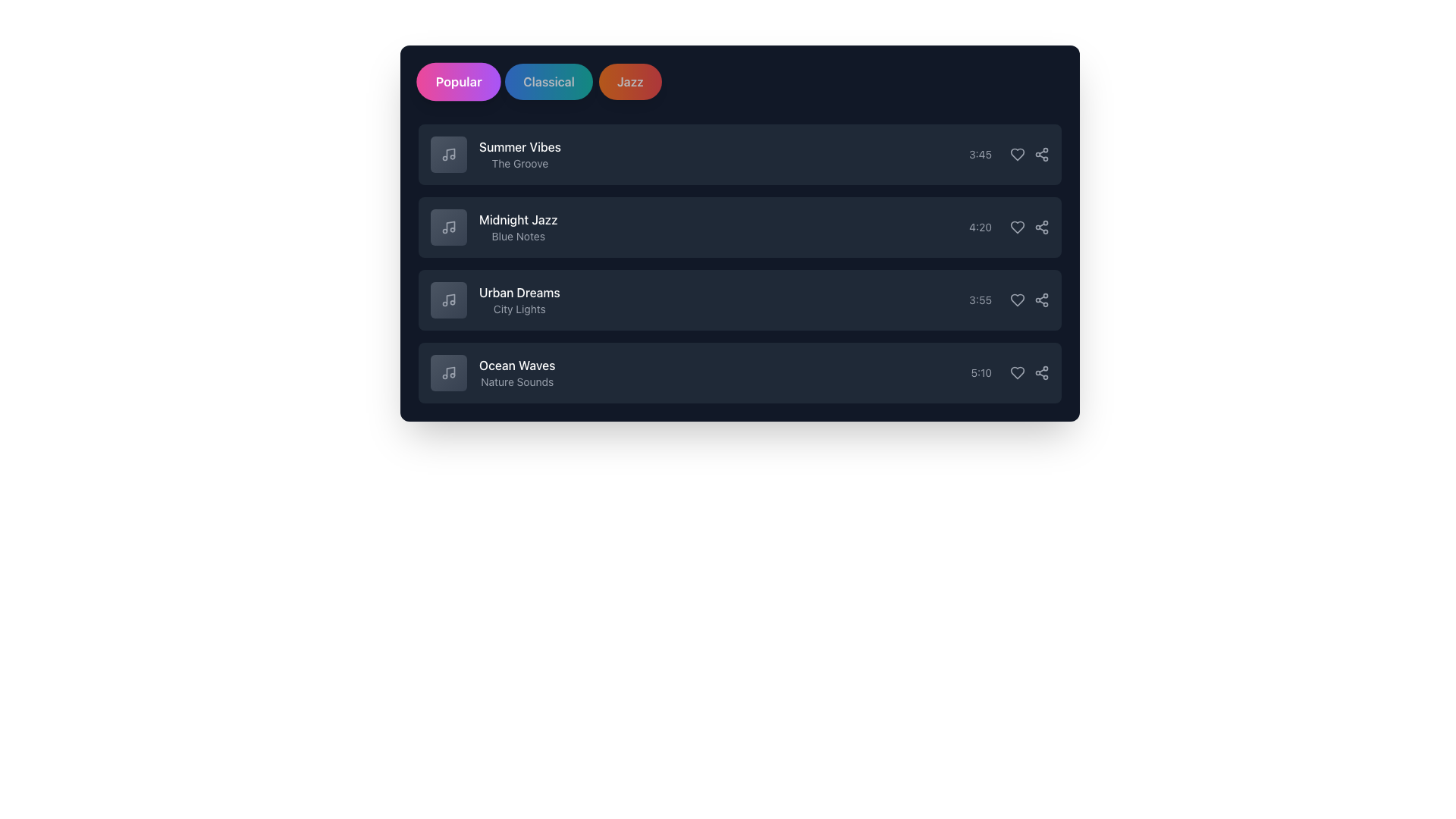 This screenshot has width=1456, height=819. I want to click on the Decorative music note icon, which is a gray vector graphic styled as a simplistic music note, located in the second row next to 'Midnight Jazz', so click(447, 227).